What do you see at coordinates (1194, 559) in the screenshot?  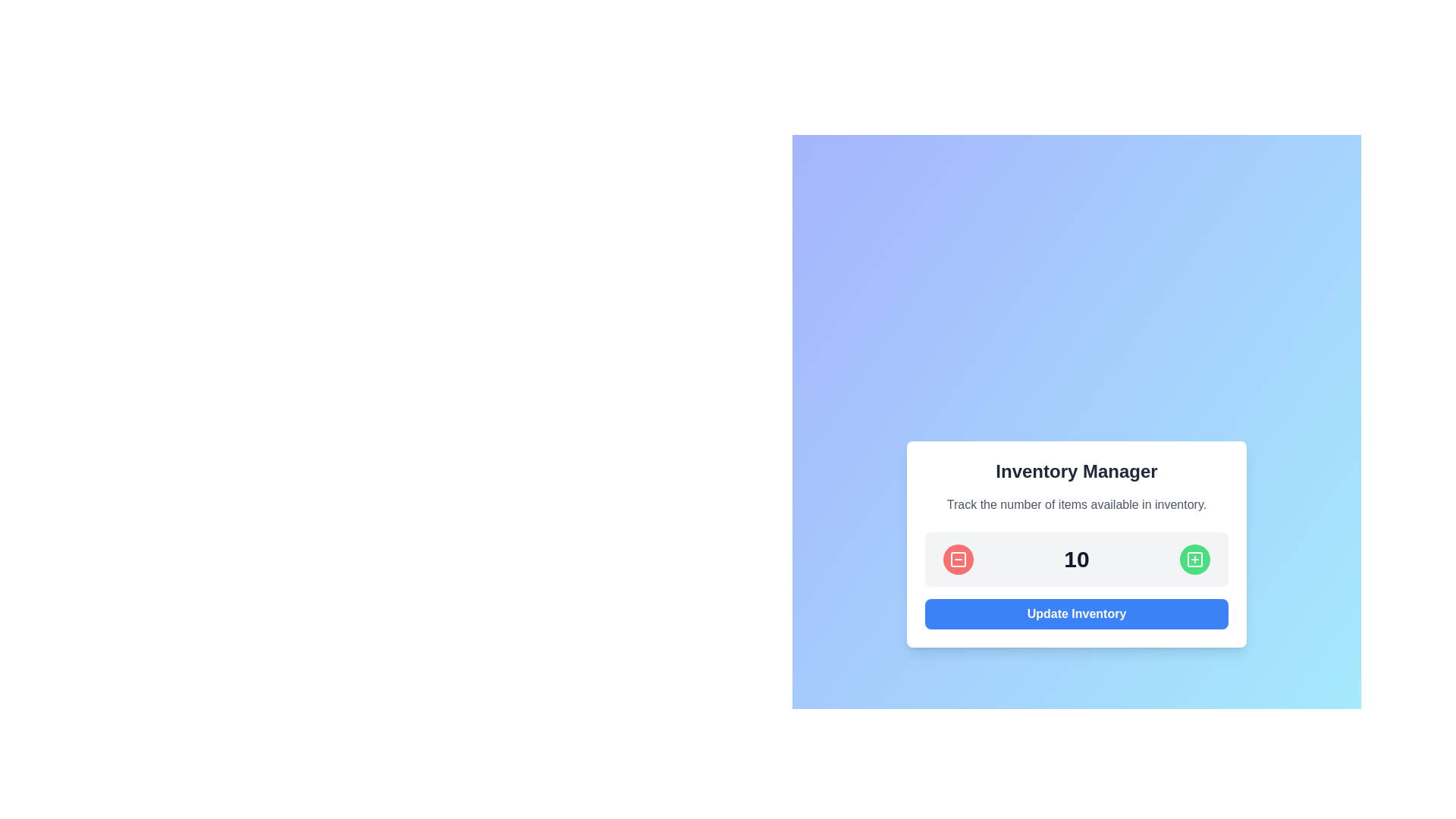 I see `the Icon button with a '+' symbol located at the bottom right of a card-like structure to increment a value` at bounding box center [1194, 559].